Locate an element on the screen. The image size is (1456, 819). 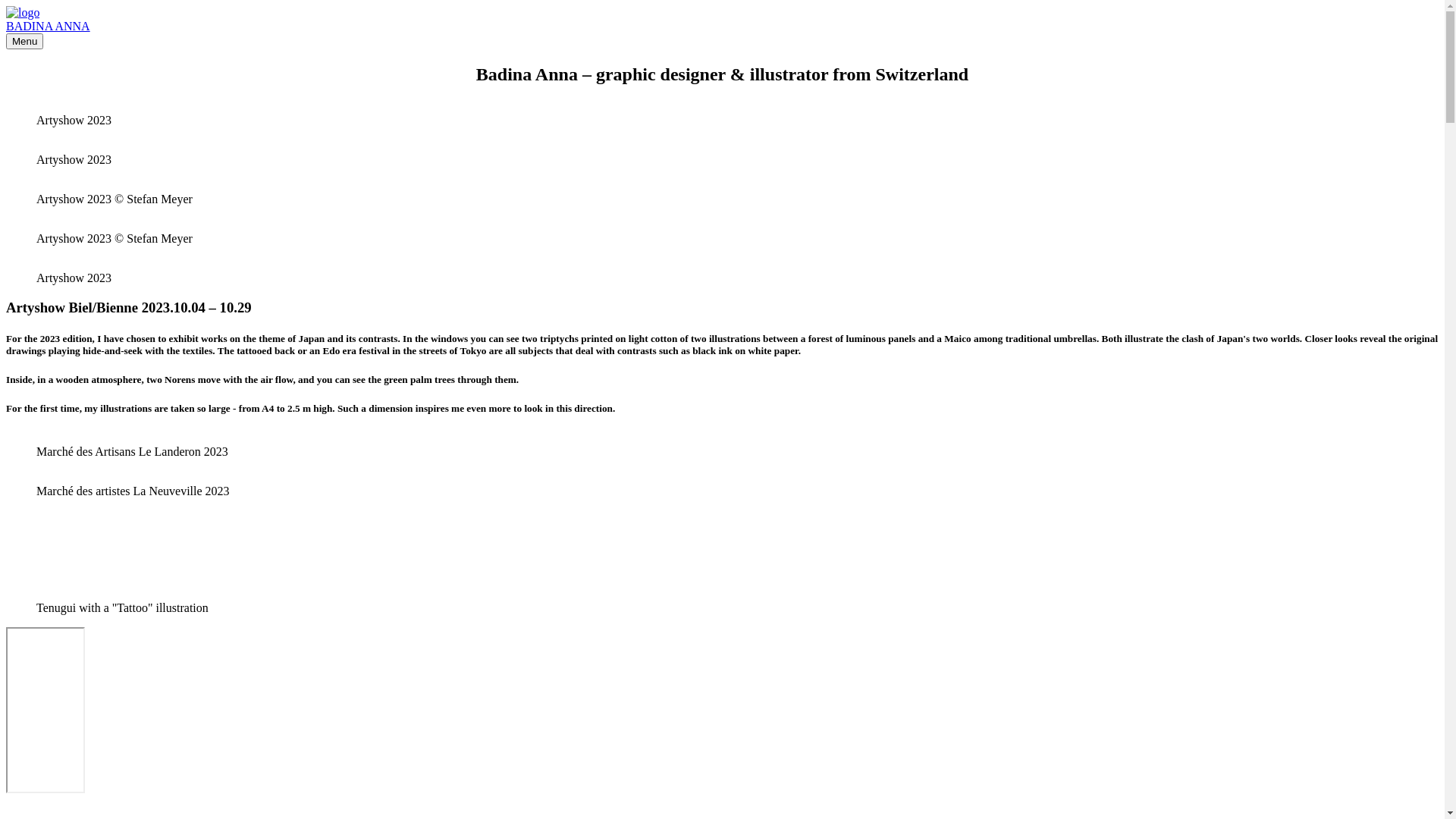
'BADINA ANNA' is located at coordinates (48, 26).